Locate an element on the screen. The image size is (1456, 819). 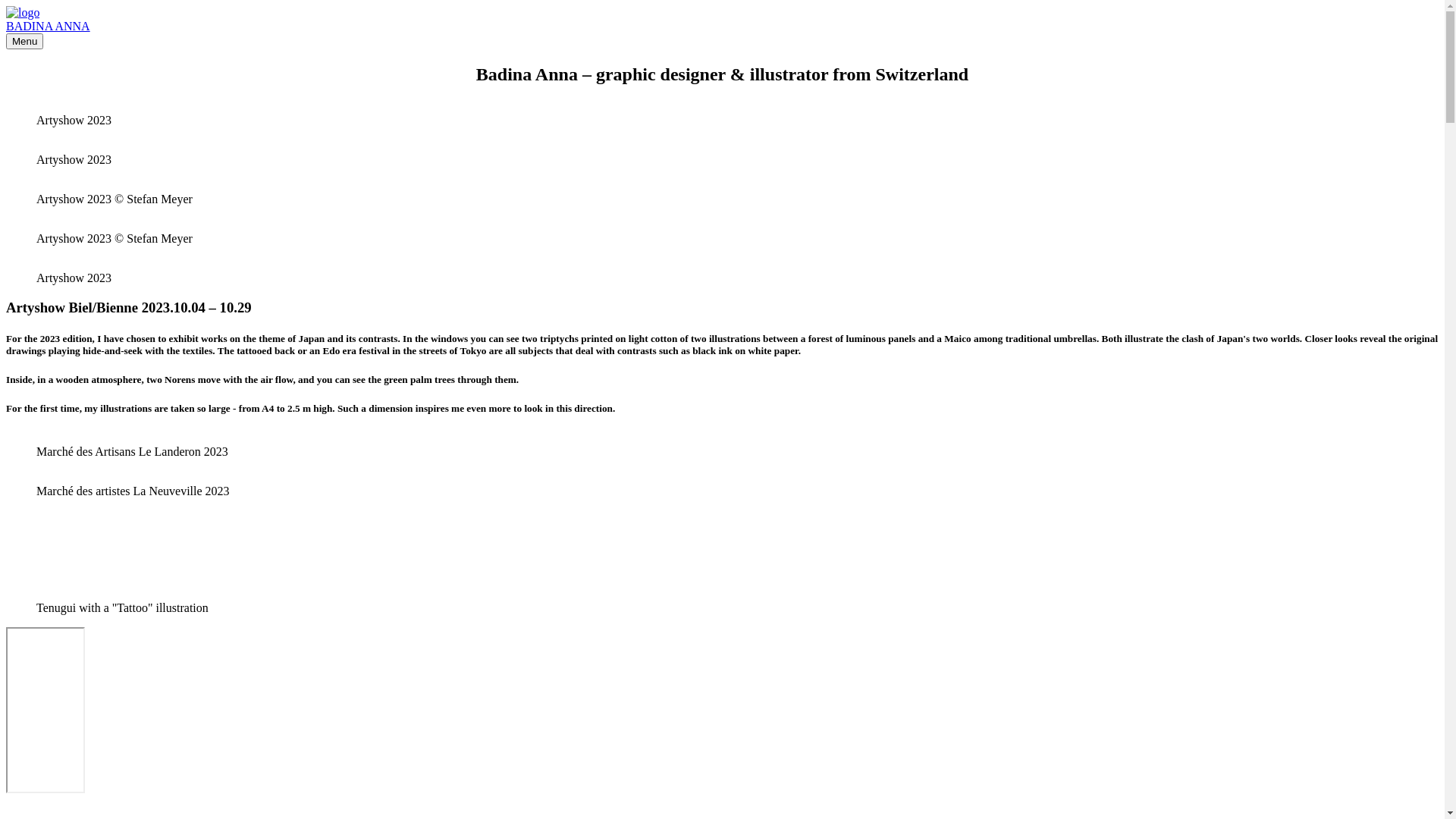
'BADINA ANNA' is located at coordinates (48, 26).